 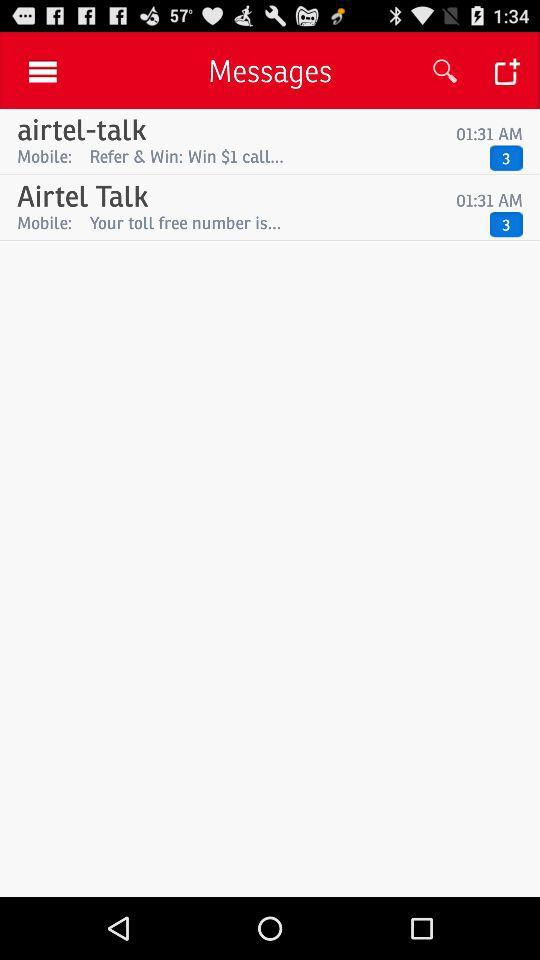 What do you see at coordinates (284, 155) in the screenshot?
I see `the app to the left of the 3 app` at bounding box center [284, 155].